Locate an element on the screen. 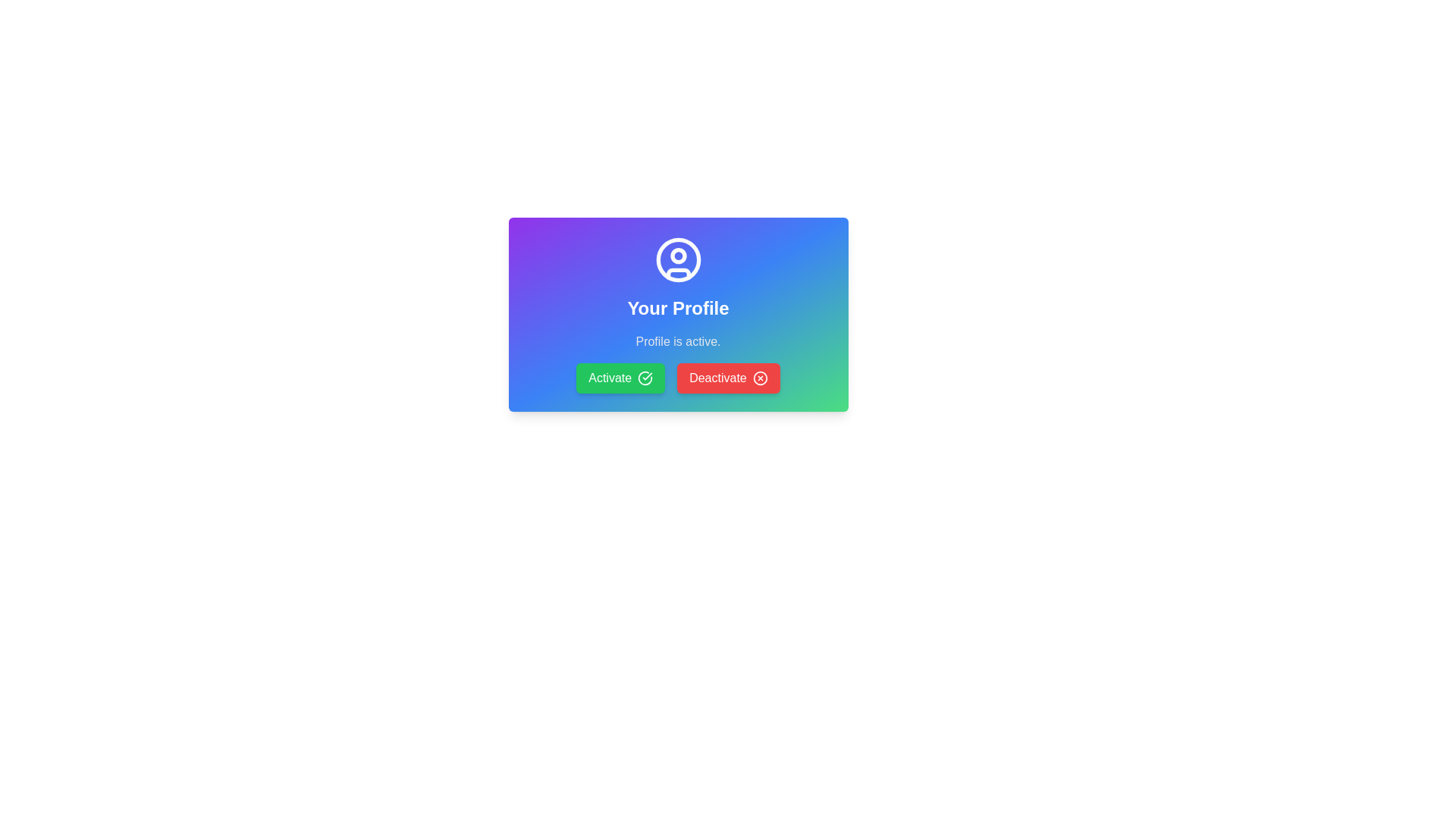 The image size is (1456, 819). the left button of the profile status toggle is located at coordinates (677, 377).